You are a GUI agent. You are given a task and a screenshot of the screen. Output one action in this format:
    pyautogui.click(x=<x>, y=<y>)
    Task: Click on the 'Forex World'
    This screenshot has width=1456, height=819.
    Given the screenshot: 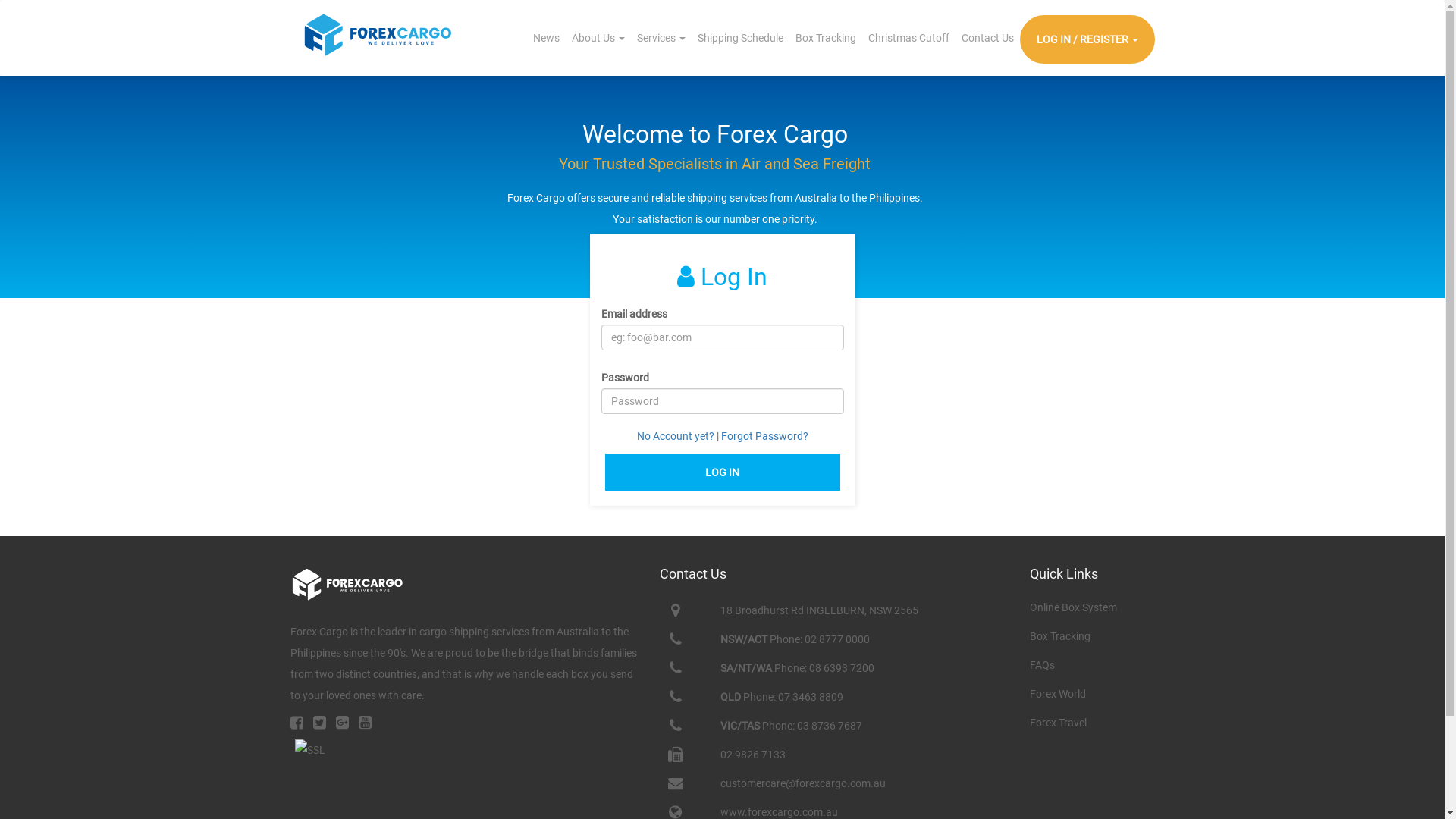 What is the action you would take?
    pyautogui.click(x=1057, y=693)
    